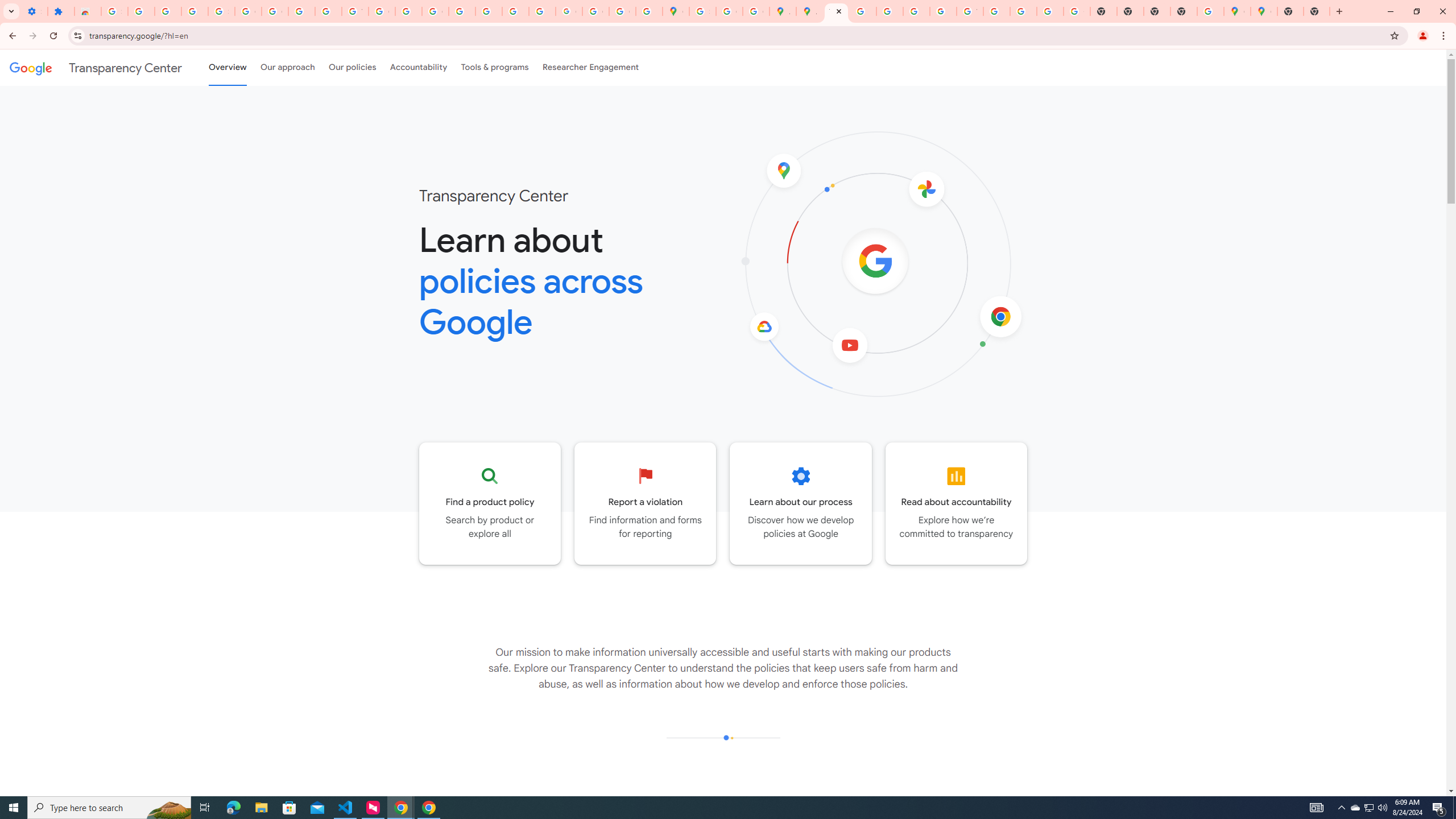 This screenshot has height=819, width=1456. I want to click on 'Google Maps', so click(1263, 11).